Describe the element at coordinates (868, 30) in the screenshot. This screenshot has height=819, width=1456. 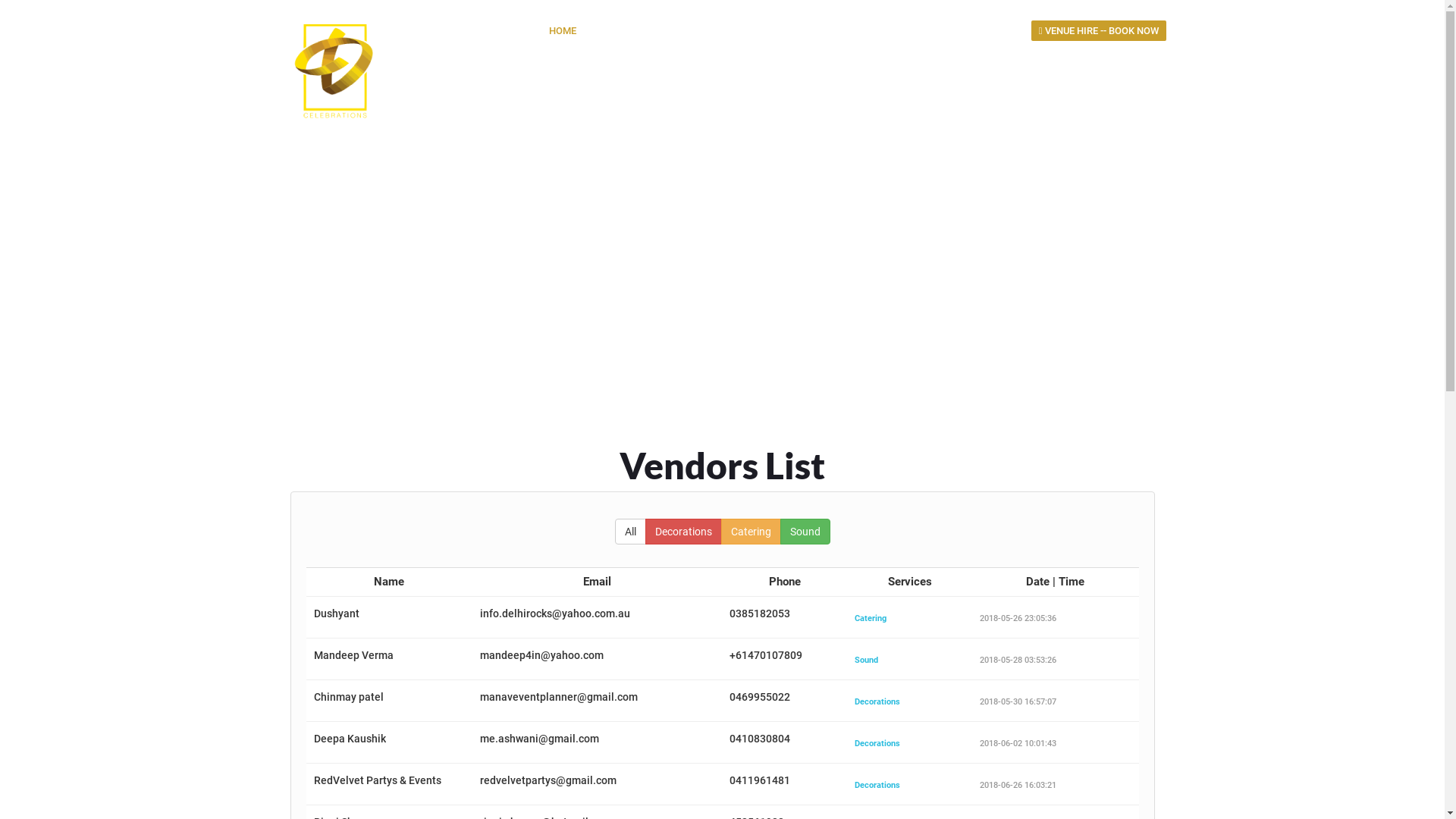
I see `'VENDORS'` at that location.